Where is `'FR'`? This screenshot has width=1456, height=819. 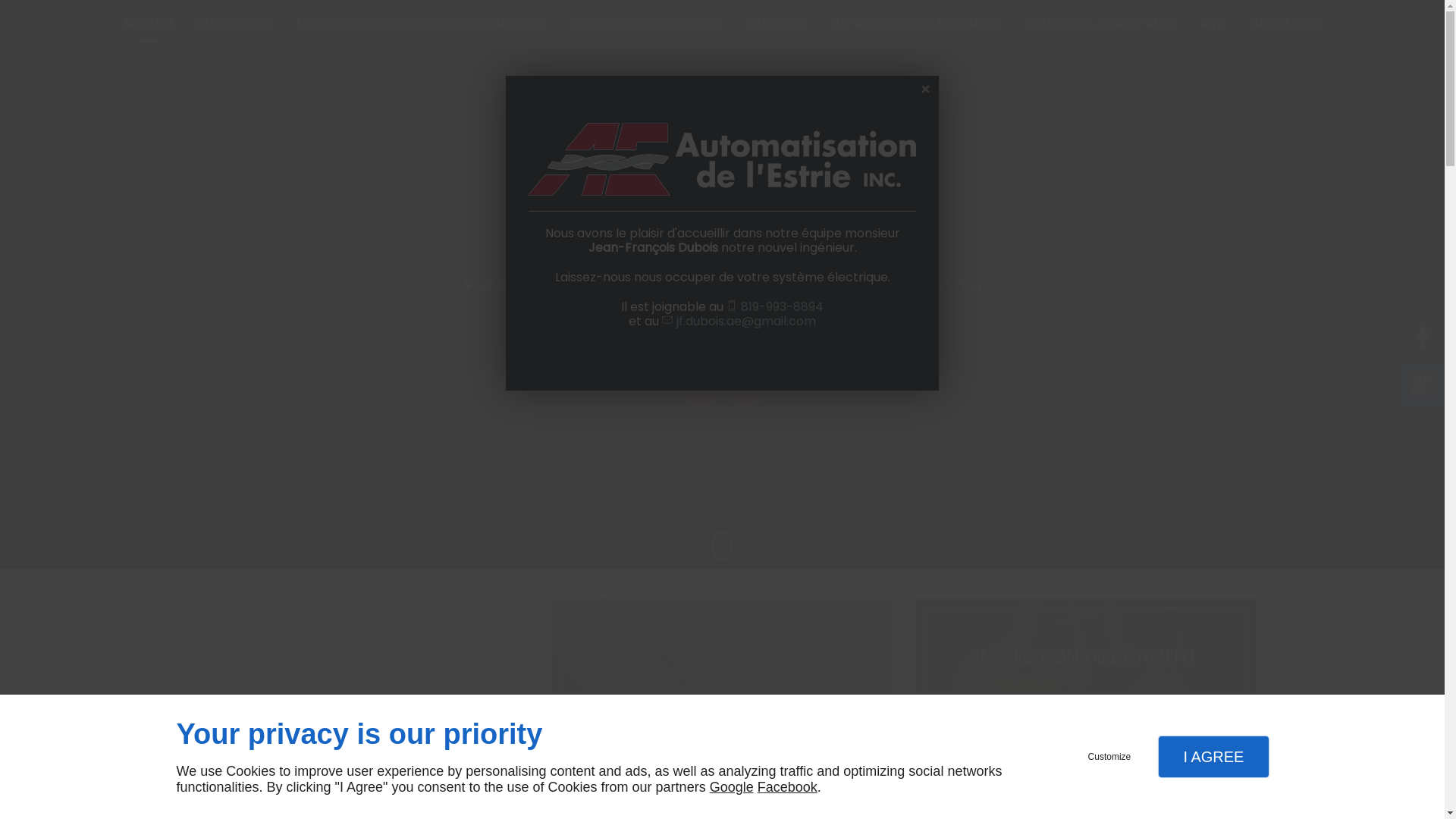
'FR' is located at coordinates (691, 387).